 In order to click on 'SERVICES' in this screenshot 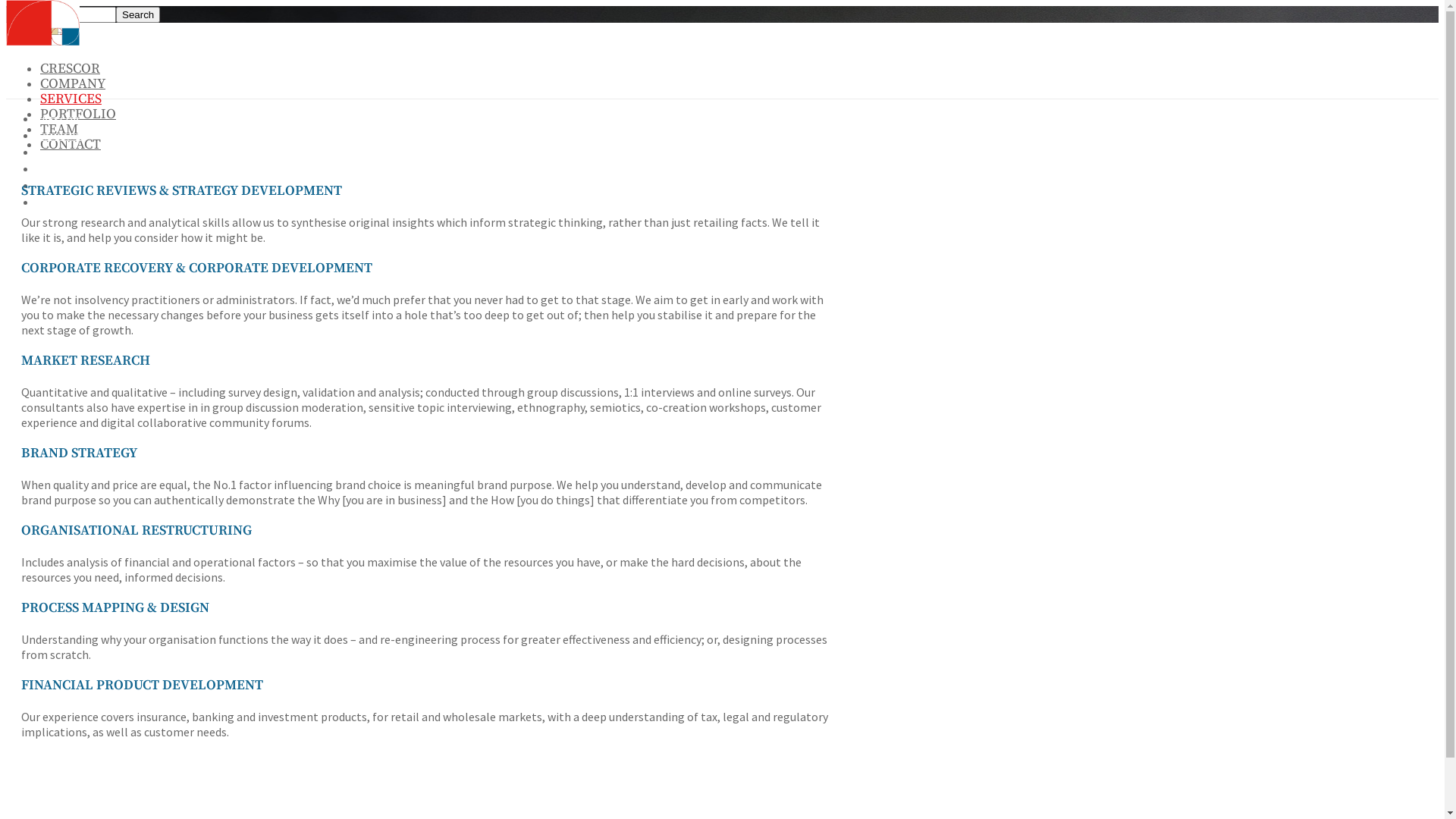, I will do `click(70, 99)`.